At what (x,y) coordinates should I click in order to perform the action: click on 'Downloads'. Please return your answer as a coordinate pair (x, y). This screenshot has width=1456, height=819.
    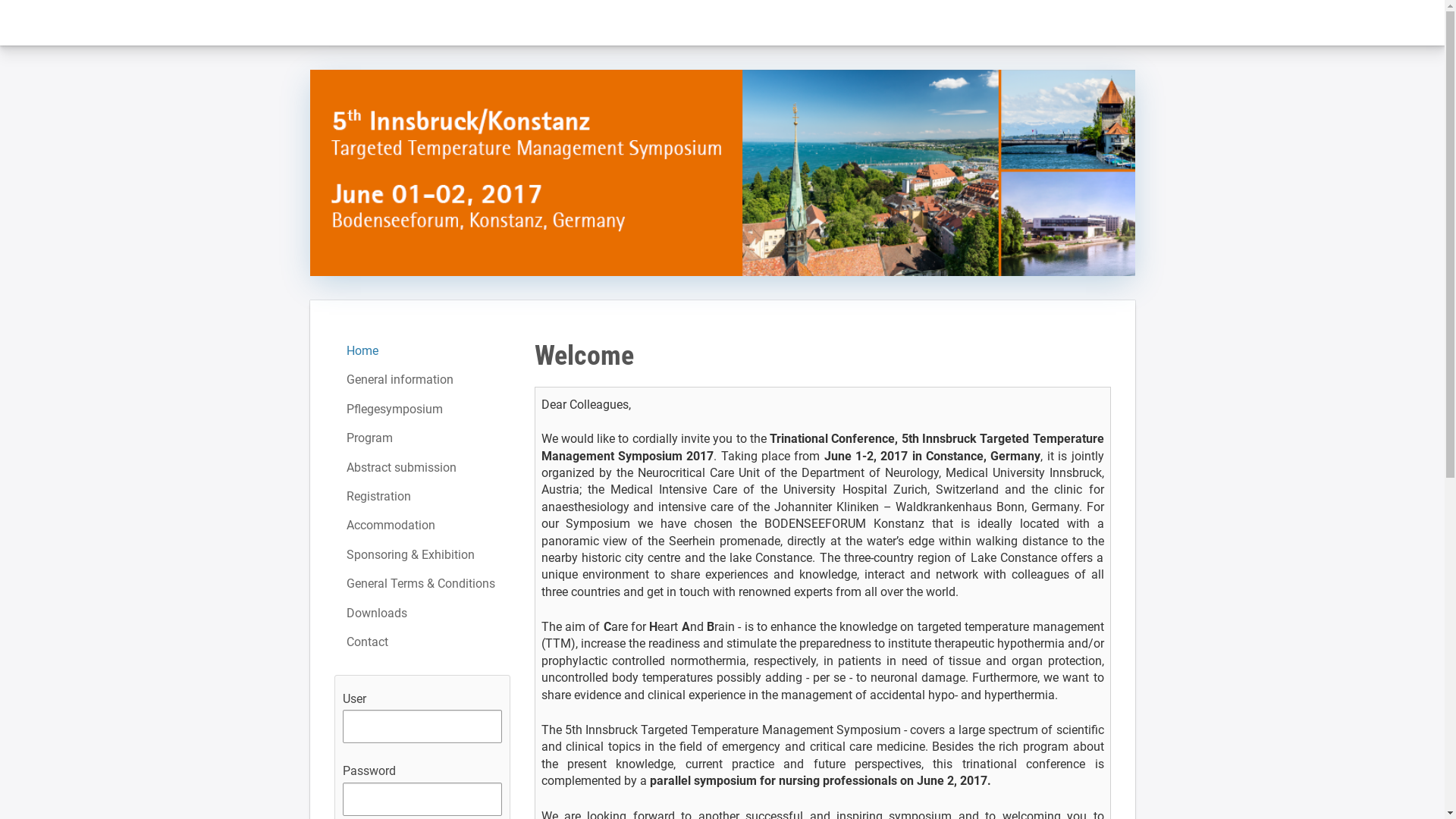
    Looking at the image, I should click on (422, 613).